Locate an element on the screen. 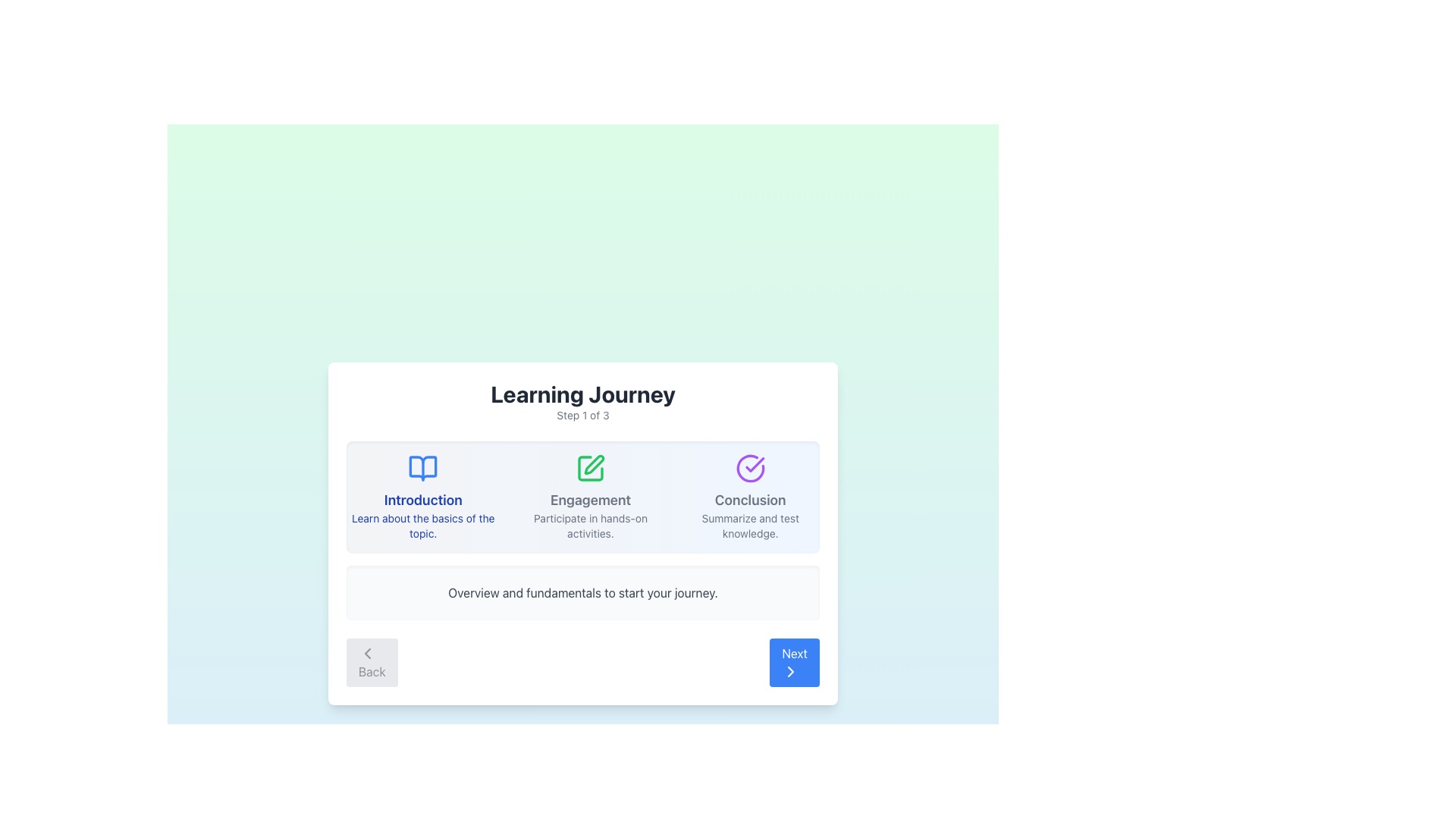 The height and width of the screenshot is (819, 1456). the supplementary description text located in the 'Introduction' section, positioned below the 'Introduction' title and directly beneath the book icon is located at coordinates (423, 526).